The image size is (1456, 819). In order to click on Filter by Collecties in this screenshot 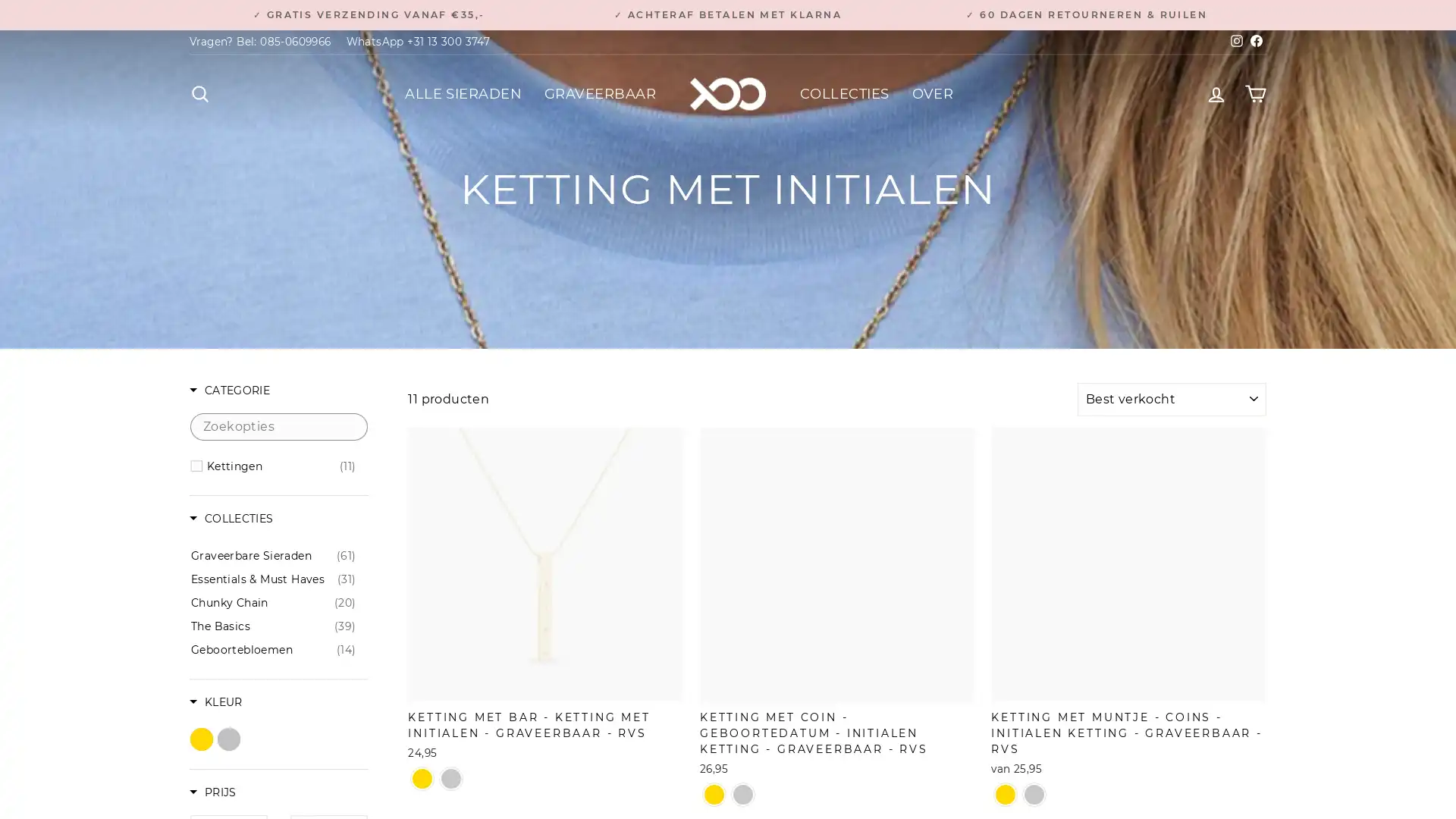, I will do `click(231, 519)`.